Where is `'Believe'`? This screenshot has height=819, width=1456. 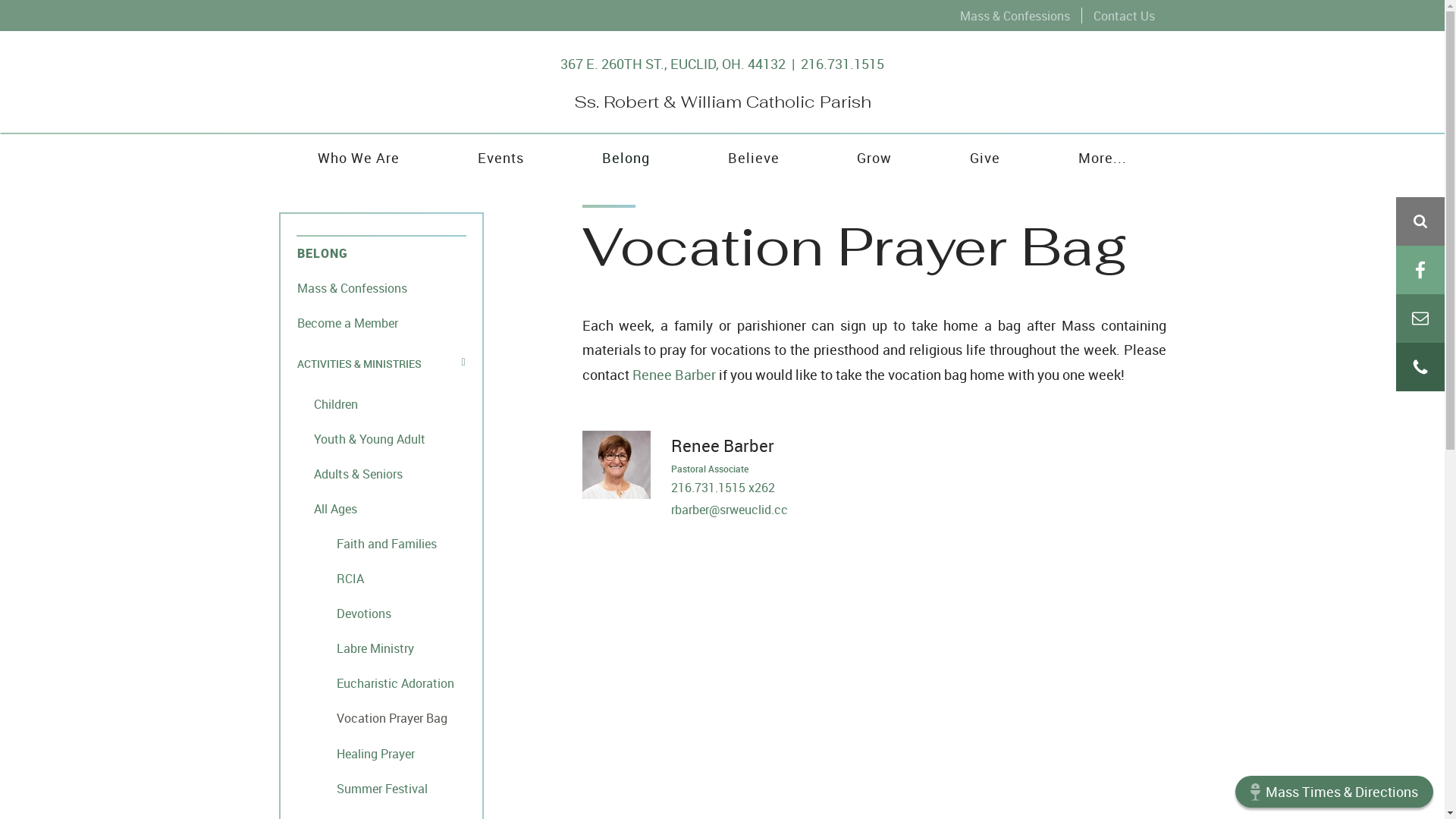
'Believe' is located at coordinates (753, 157).